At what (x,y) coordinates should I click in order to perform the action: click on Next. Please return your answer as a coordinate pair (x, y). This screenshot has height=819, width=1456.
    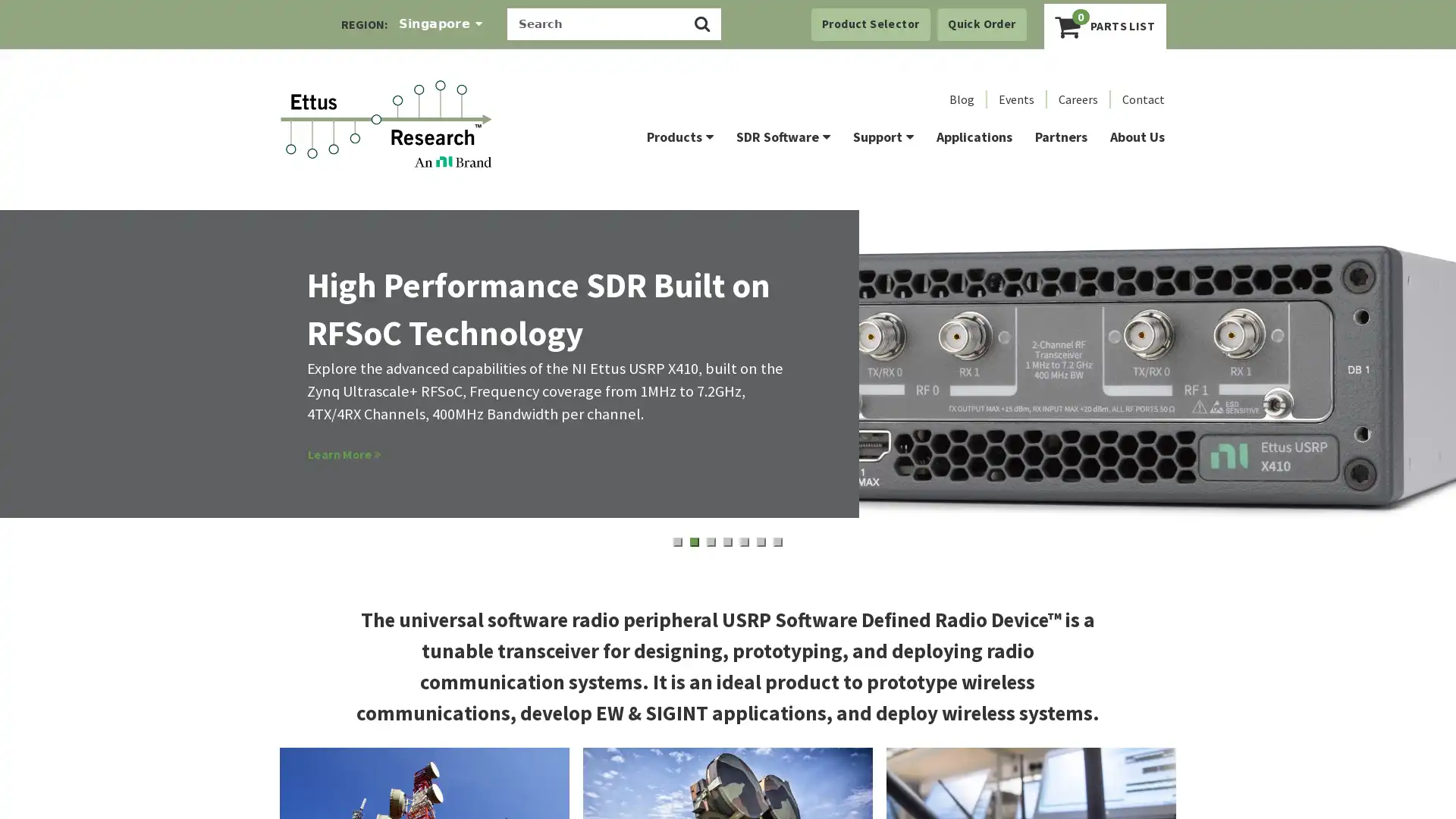
    Looking at the image, I should click on (1410, 390).